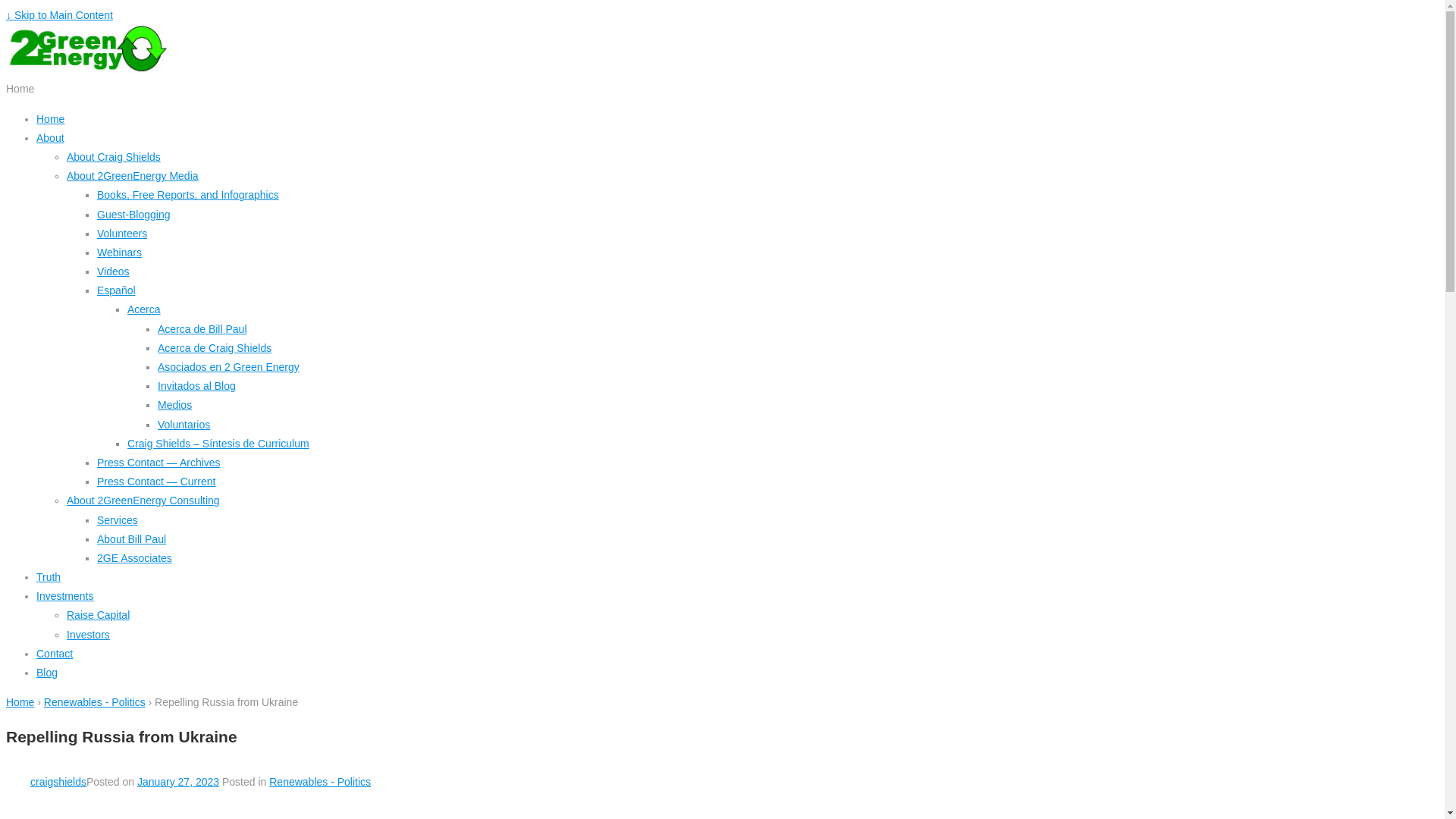 The image size is (1456, 819). Describe the element at coordinates (36, 595) in the screenshot. I see `'Investments'` at that location.